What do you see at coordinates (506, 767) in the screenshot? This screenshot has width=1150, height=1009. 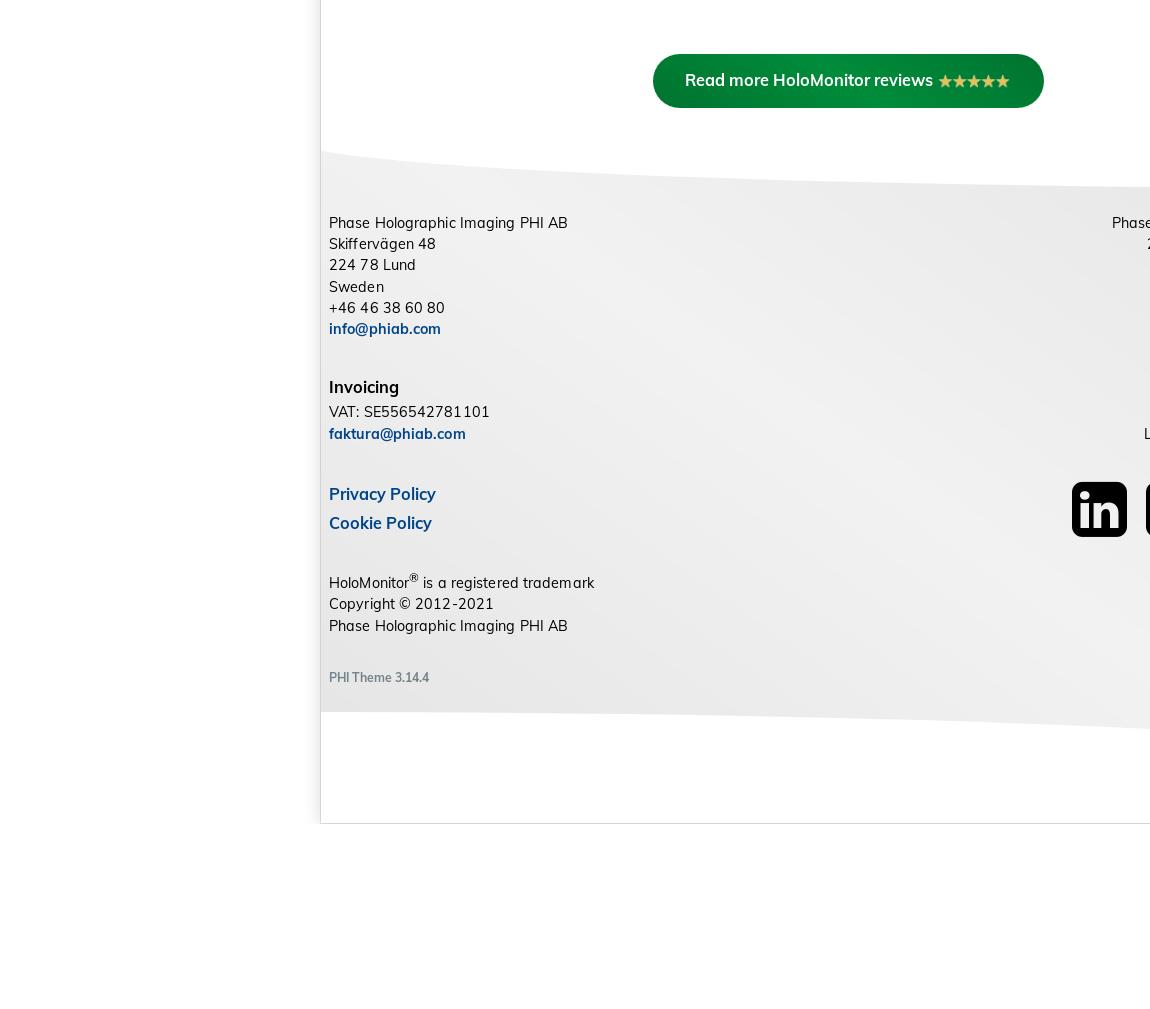 I see `'is a registered trademark'` at bounding box center [506, 767].